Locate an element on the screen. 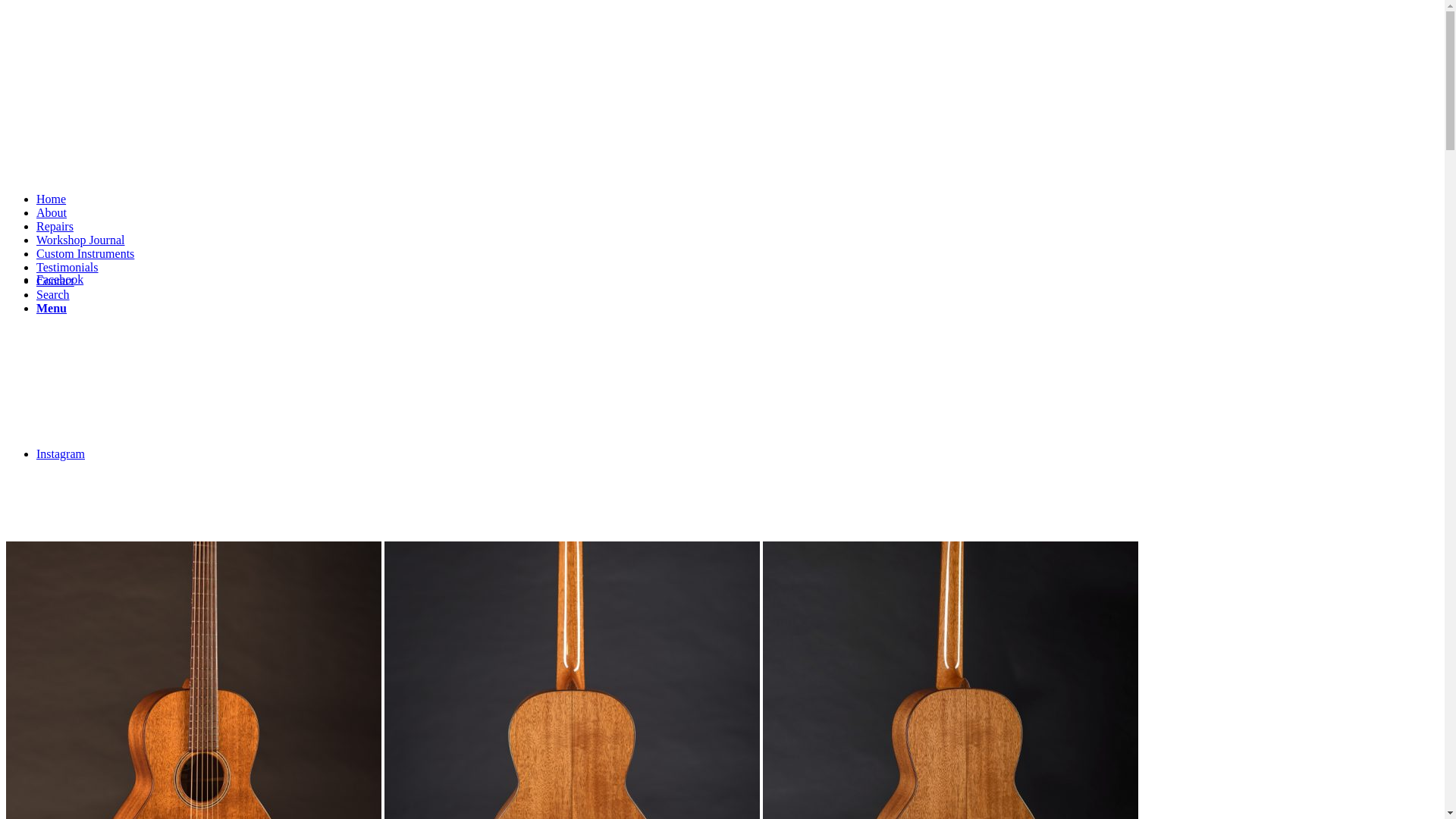 The width and height of the screenshot is (1456, 819). 'Custom Instruments' is located at coordinates (36, 253).